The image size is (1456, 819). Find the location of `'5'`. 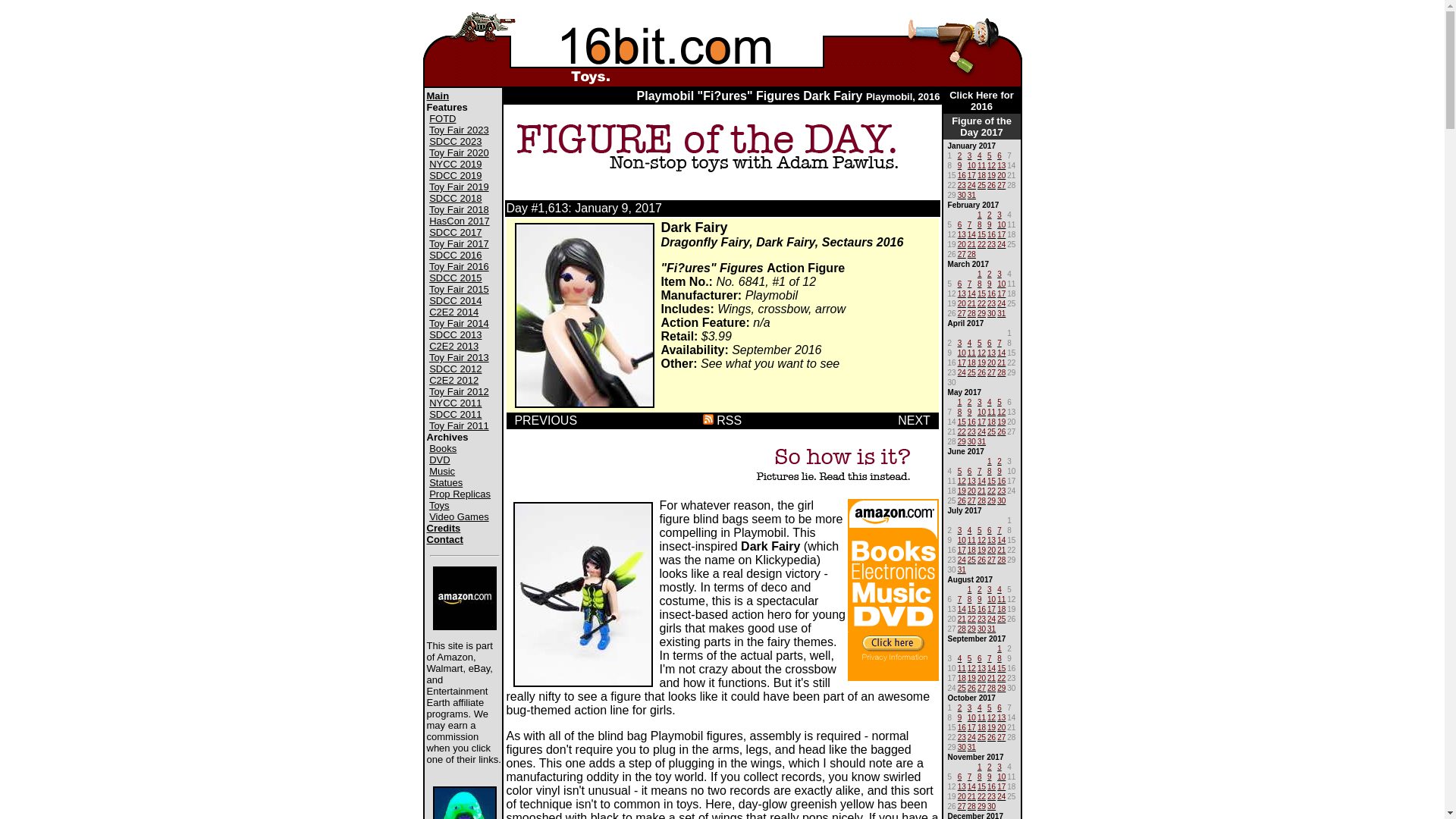

'5' is located at coordinates (990, 154).